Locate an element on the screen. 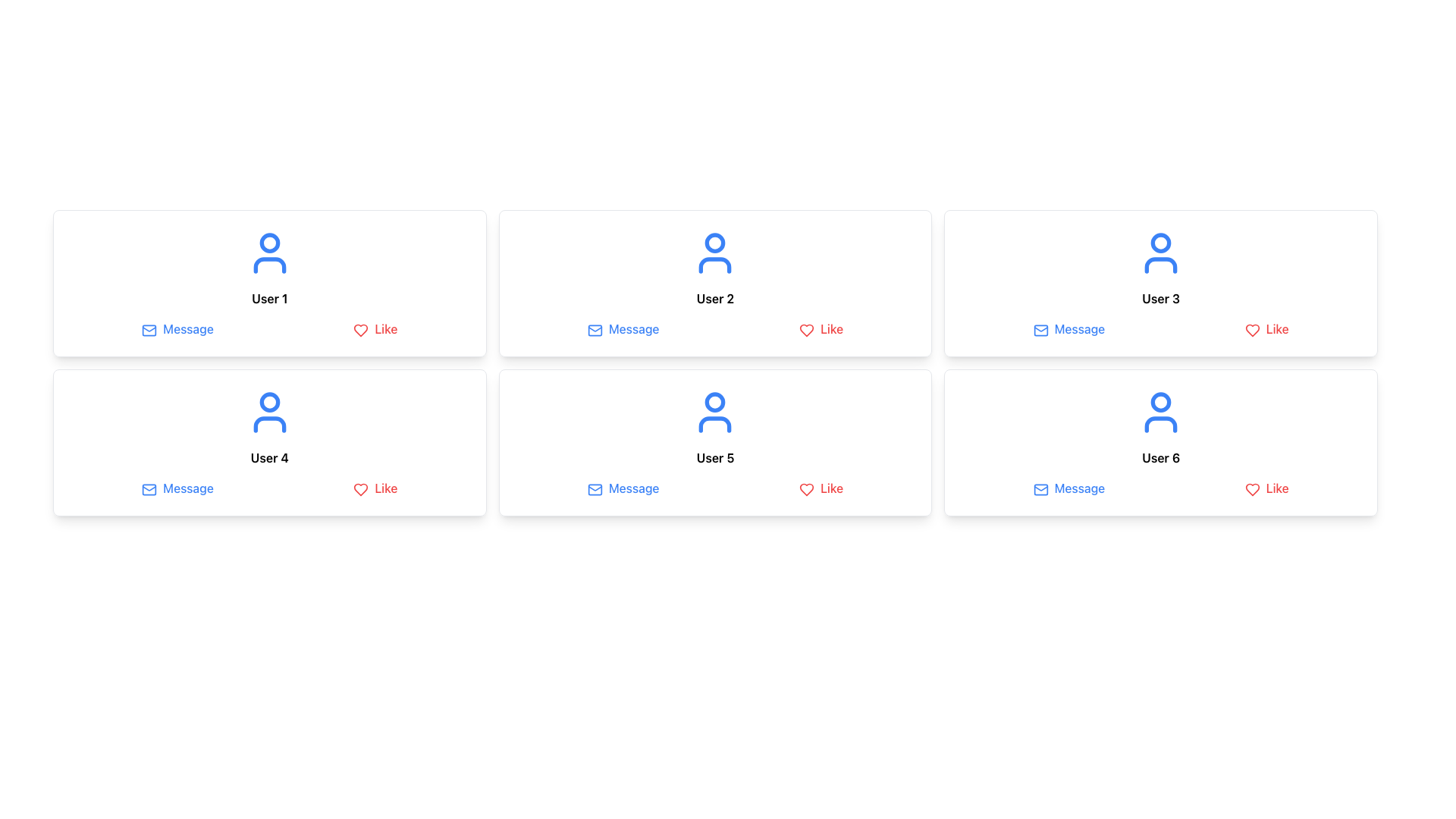 This screenshot has height=819, width=1456. the user icon located at the top center of the card for 'User 1', which serves as a decorative or informative representation of the user is located at coordinates (269, 253).